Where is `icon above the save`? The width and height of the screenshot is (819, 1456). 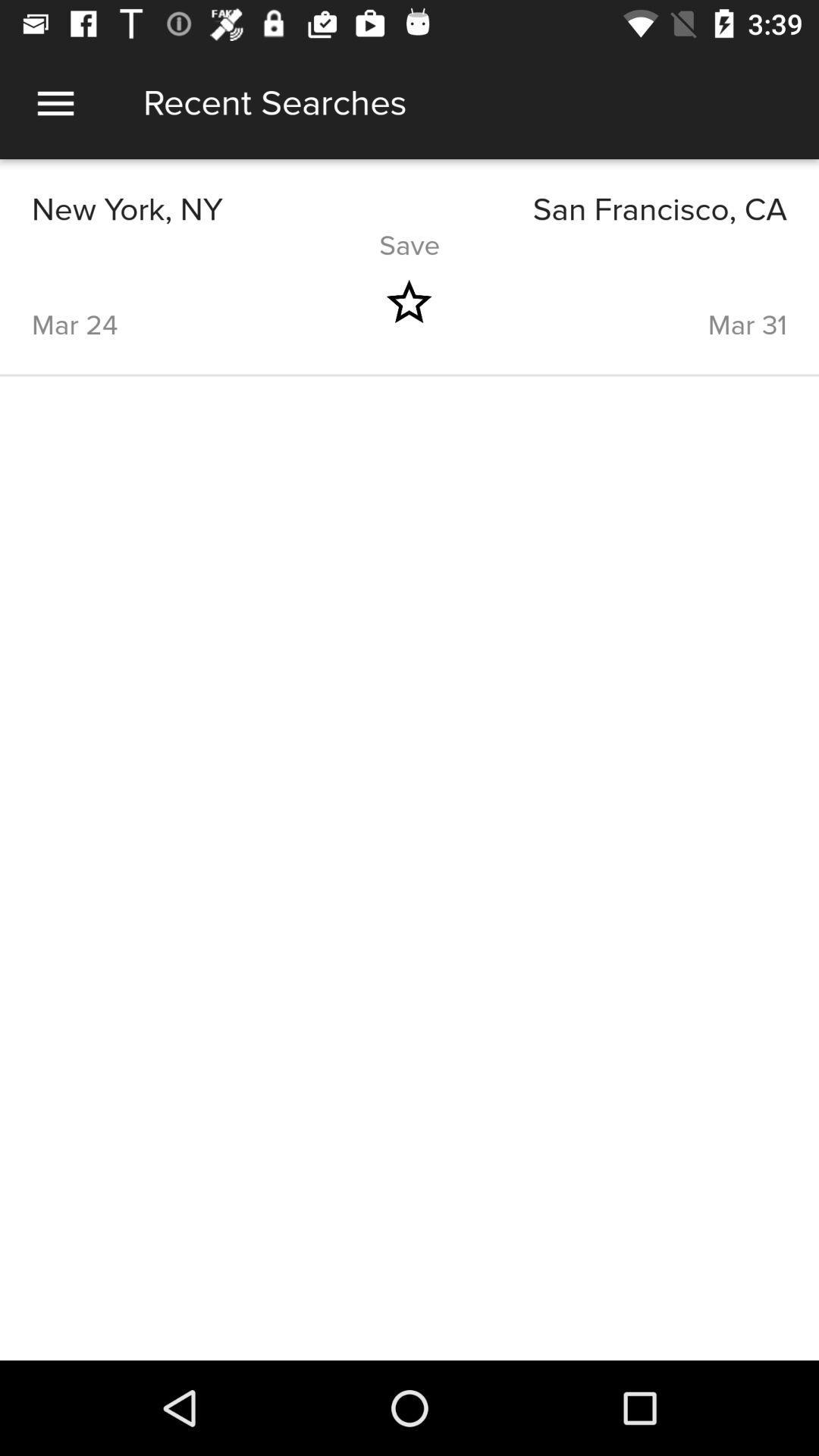
icon above the save is located at coordinates (220, 209).